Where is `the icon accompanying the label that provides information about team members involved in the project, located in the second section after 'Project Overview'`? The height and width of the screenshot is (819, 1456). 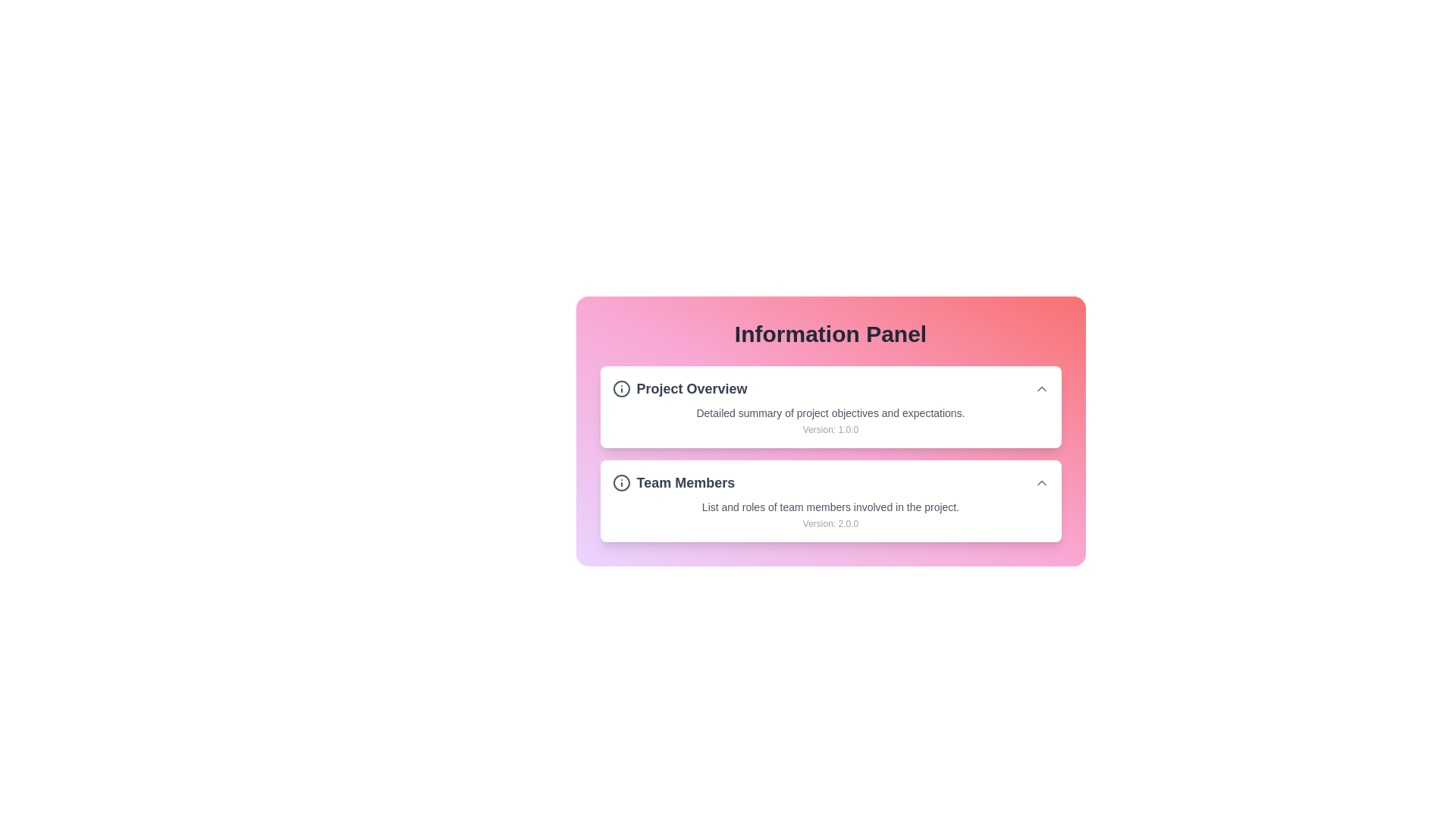
the icon accompanying the label that provides information about team members involved in the project, located in the second section after 'Project Overview' is located at coordinates (673, 482).